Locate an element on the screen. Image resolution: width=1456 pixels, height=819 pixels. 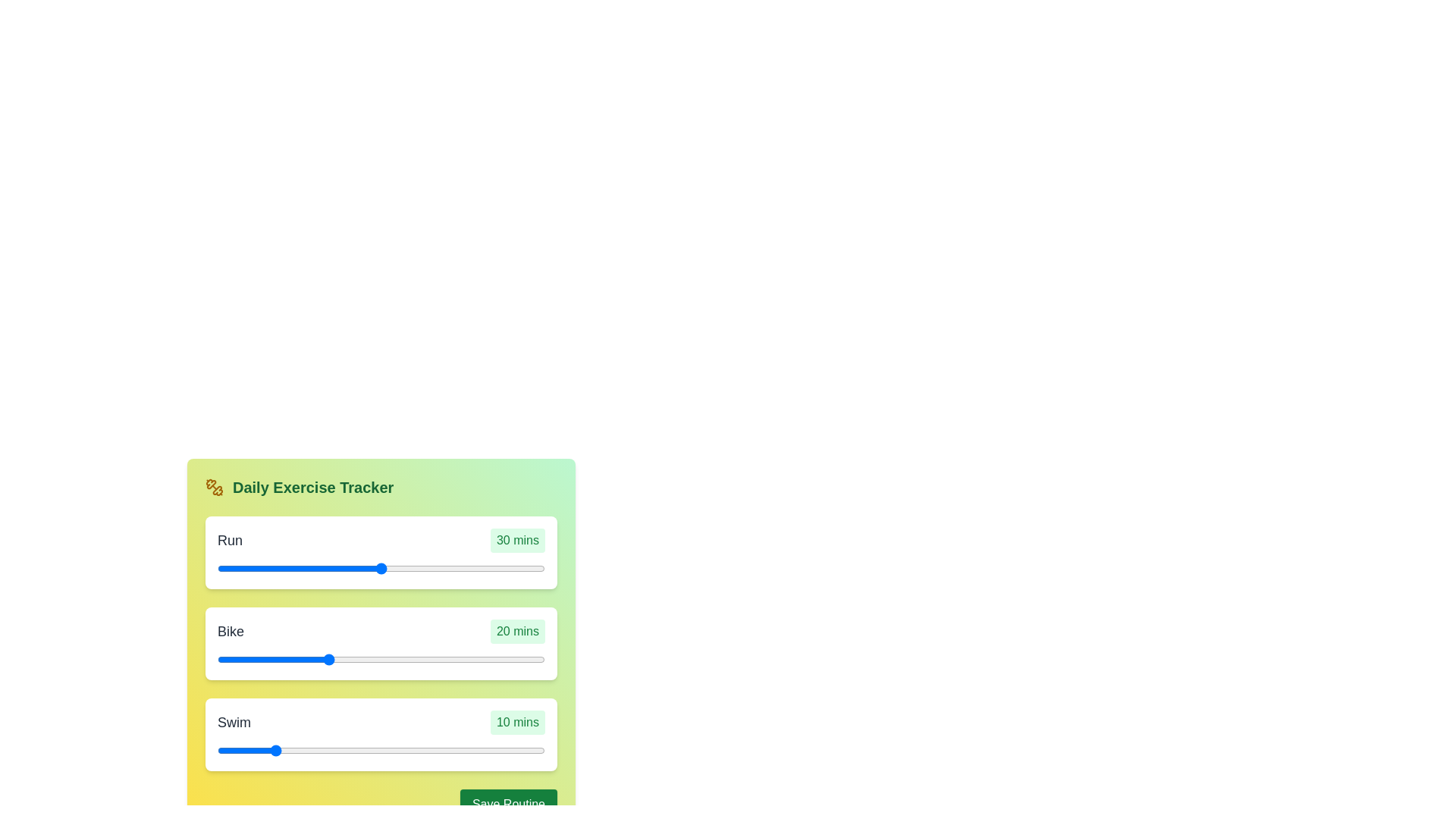
the duration of the 1 slider to 29 minutes is located at coordinates (460, 659).